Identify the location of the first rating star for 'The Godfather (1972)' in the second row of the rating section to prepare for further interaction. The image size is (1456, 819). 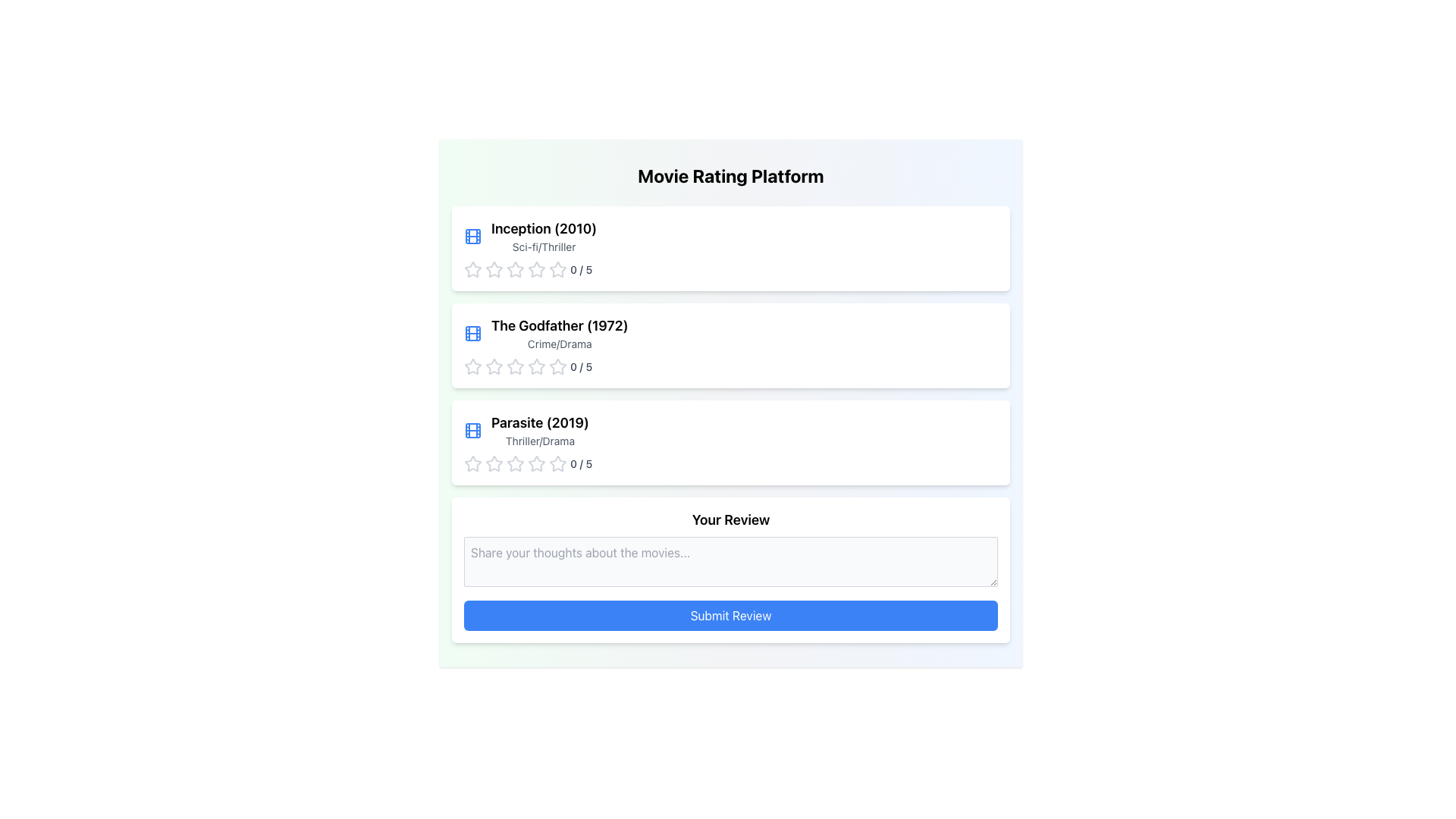
(494, 366).